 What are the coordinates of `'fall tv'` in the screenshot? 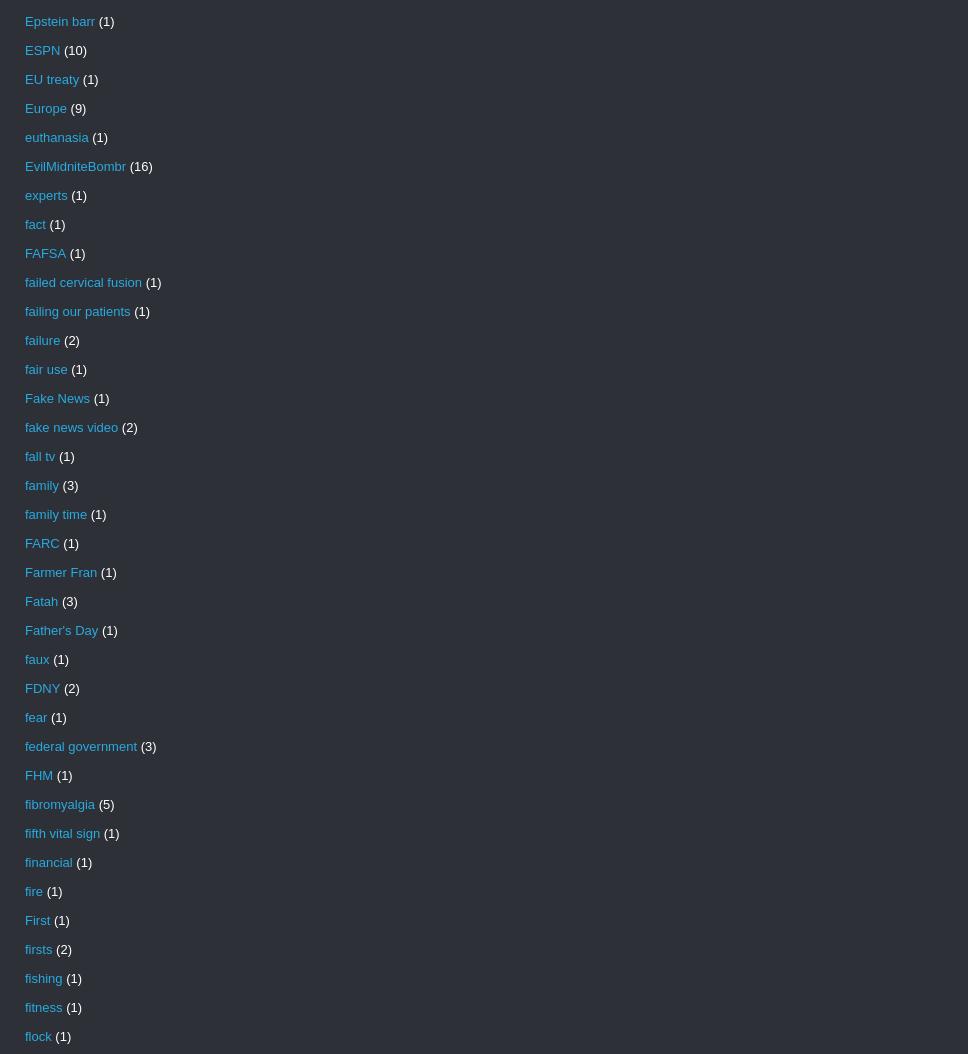 It's located at (39, 456).